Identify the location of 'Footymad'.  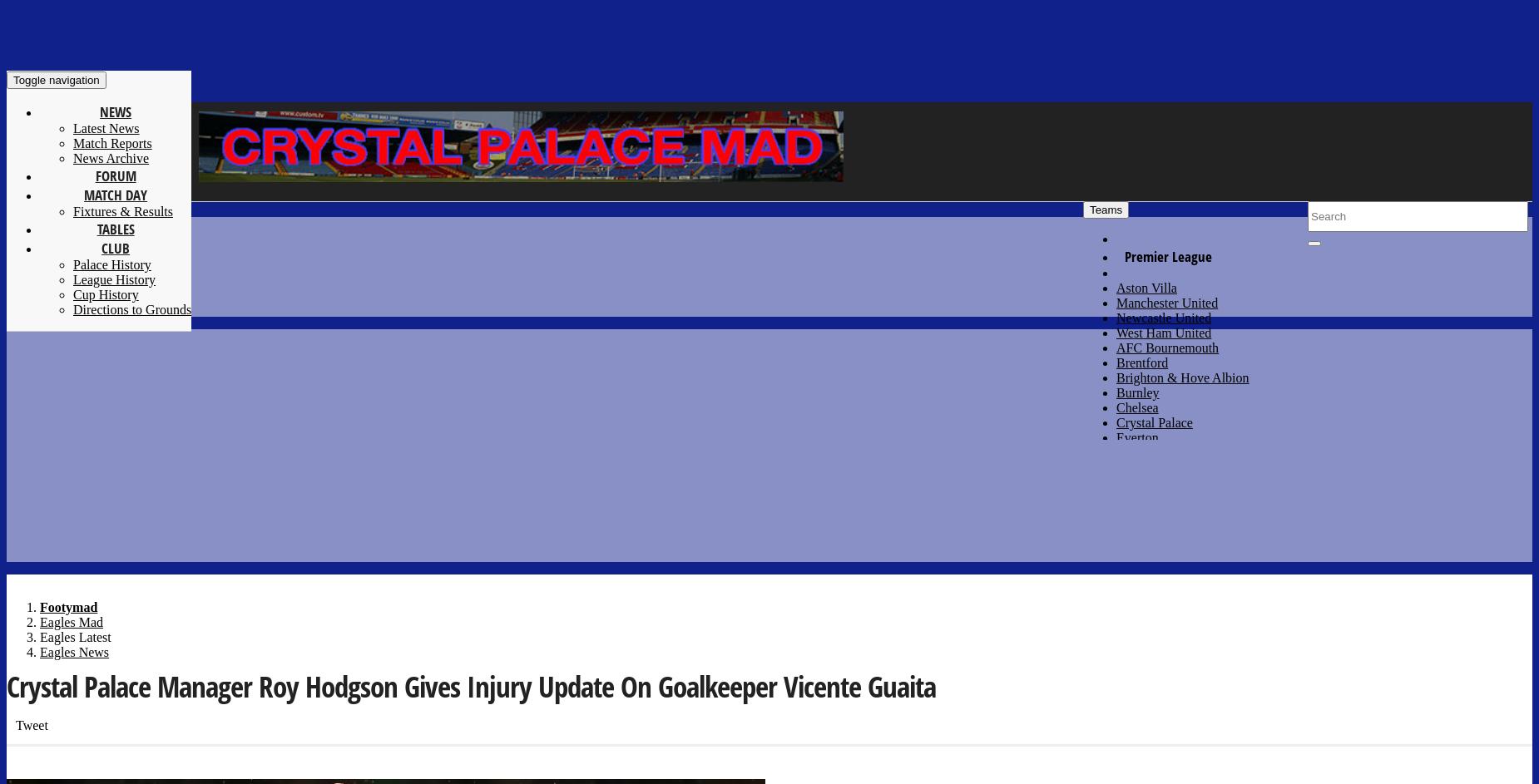
(67, 606).